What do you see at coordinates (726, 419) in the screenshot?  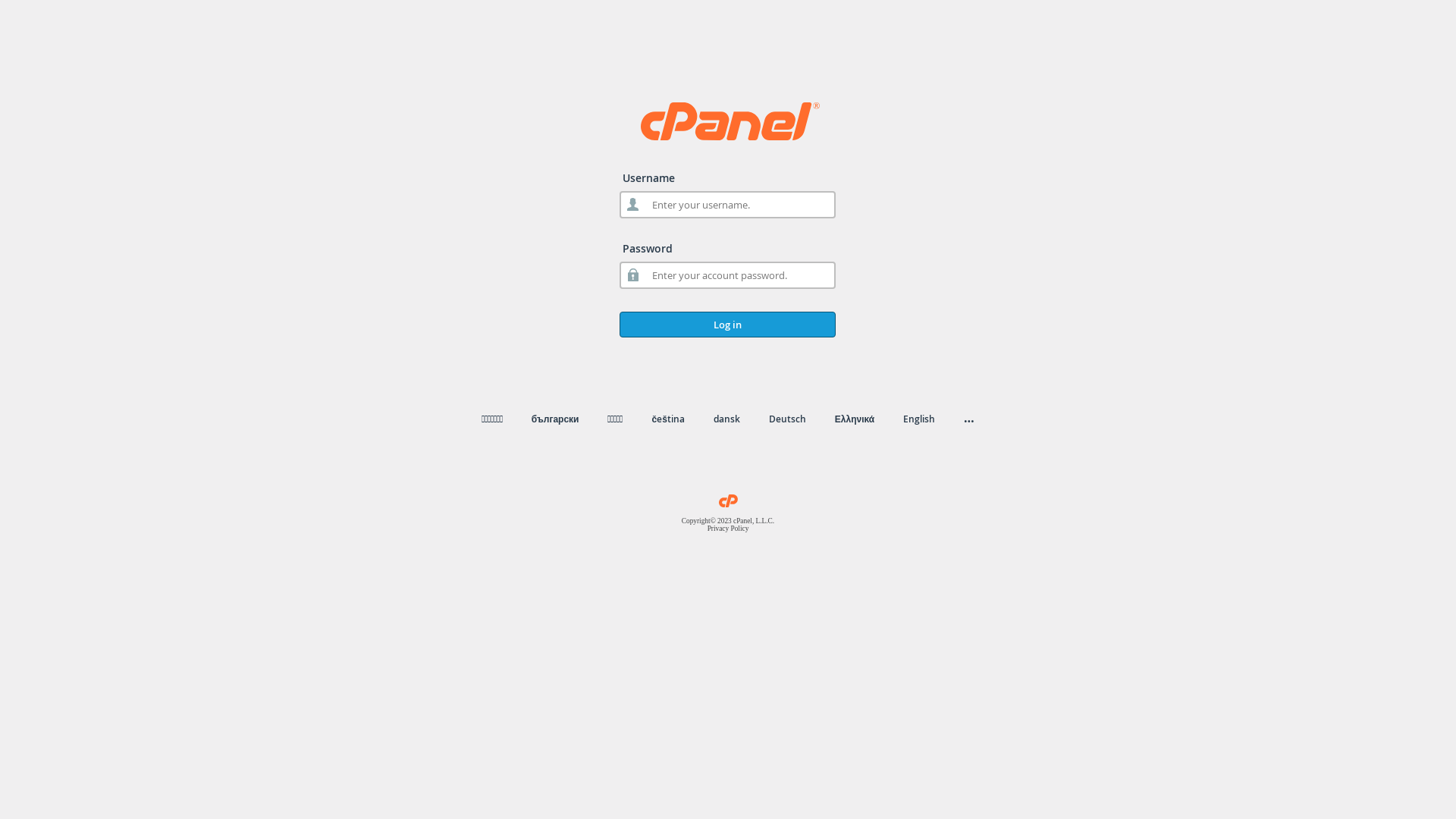 I see `'dansk'` at bounding box center [726, 419].